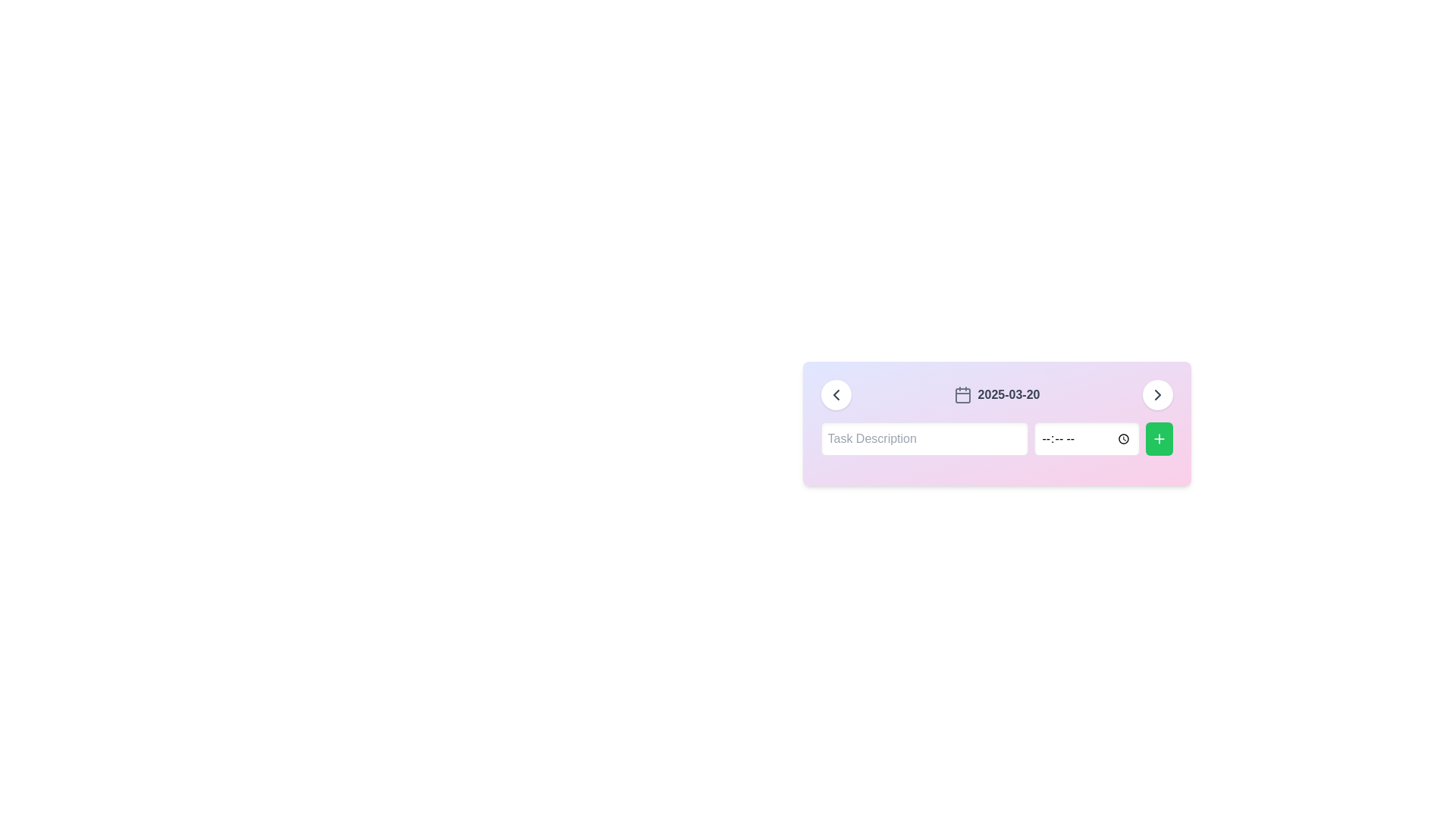  I want to click on the Chevron Left icon, which is a gray chevron pointing left, so click(835, 394).